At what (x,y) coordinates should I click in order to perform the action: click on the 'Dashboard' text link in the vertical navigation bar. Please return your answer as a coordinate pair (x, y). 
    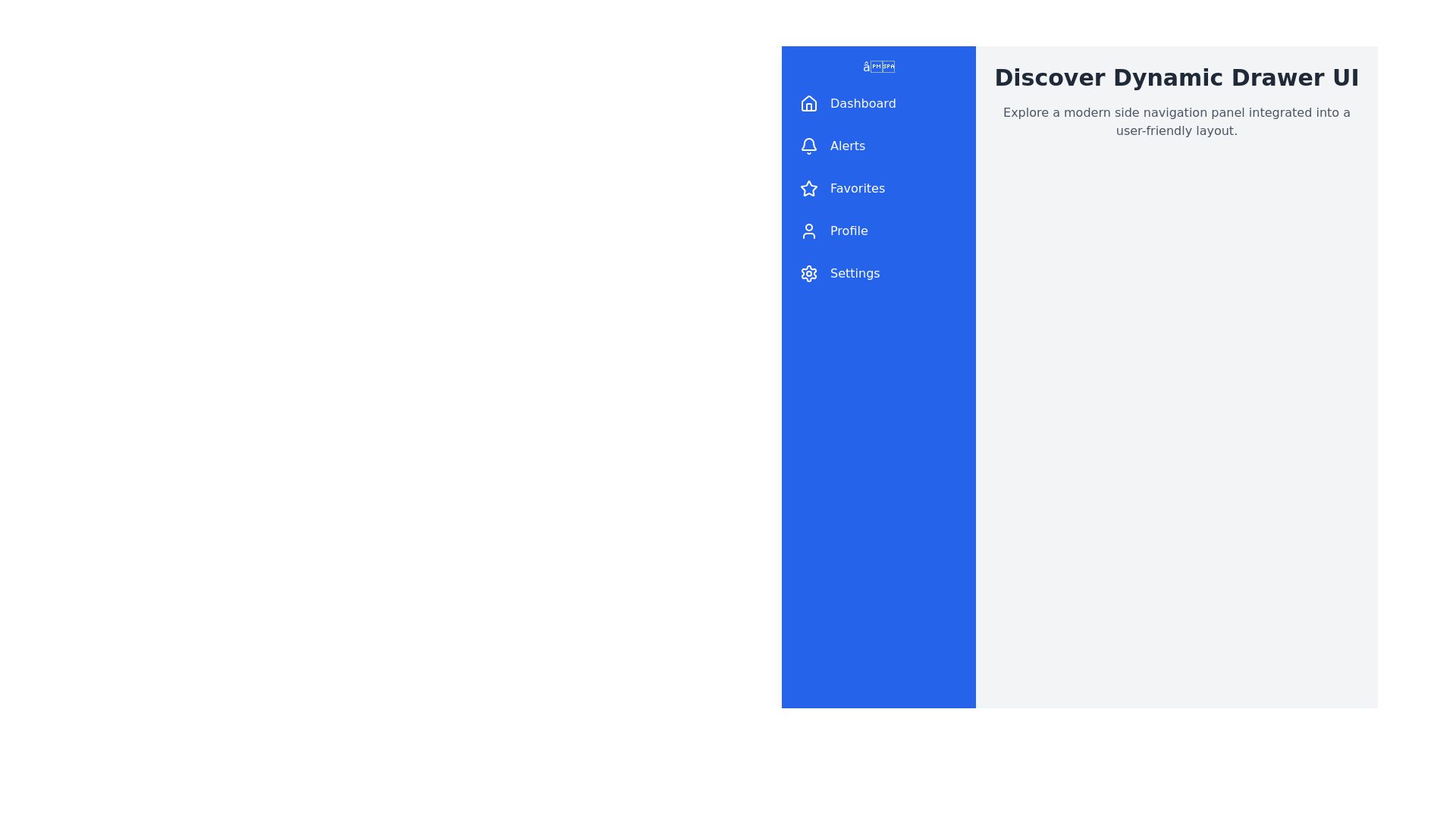
    Looking at the image, I should click on (863, 103).